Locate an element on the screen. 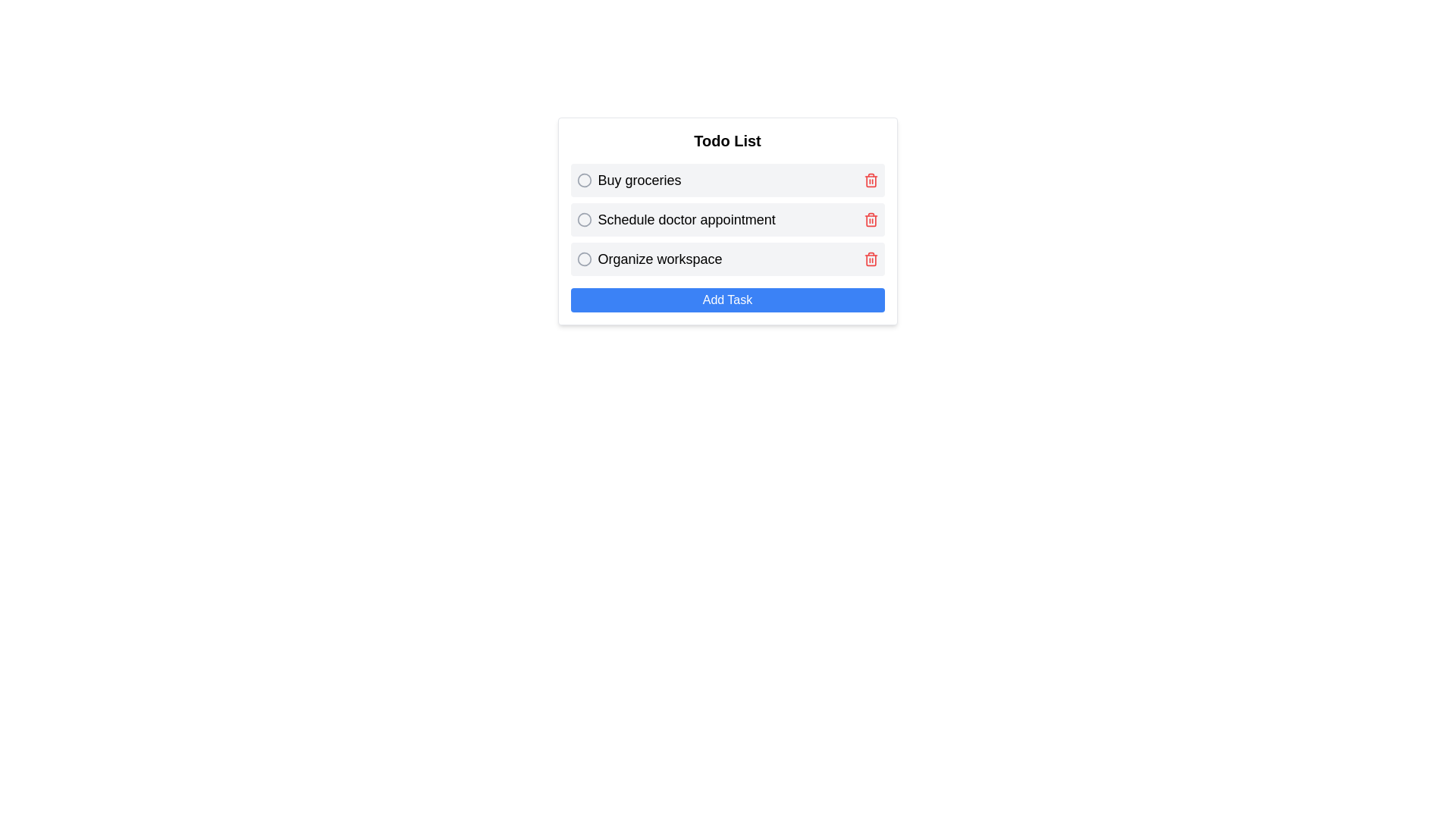 The image size is (1456, 819). the leftmost circular checkbox in the 'Organize workspace' section to potentially trigger hover effects is located at coordinates (583, 259).